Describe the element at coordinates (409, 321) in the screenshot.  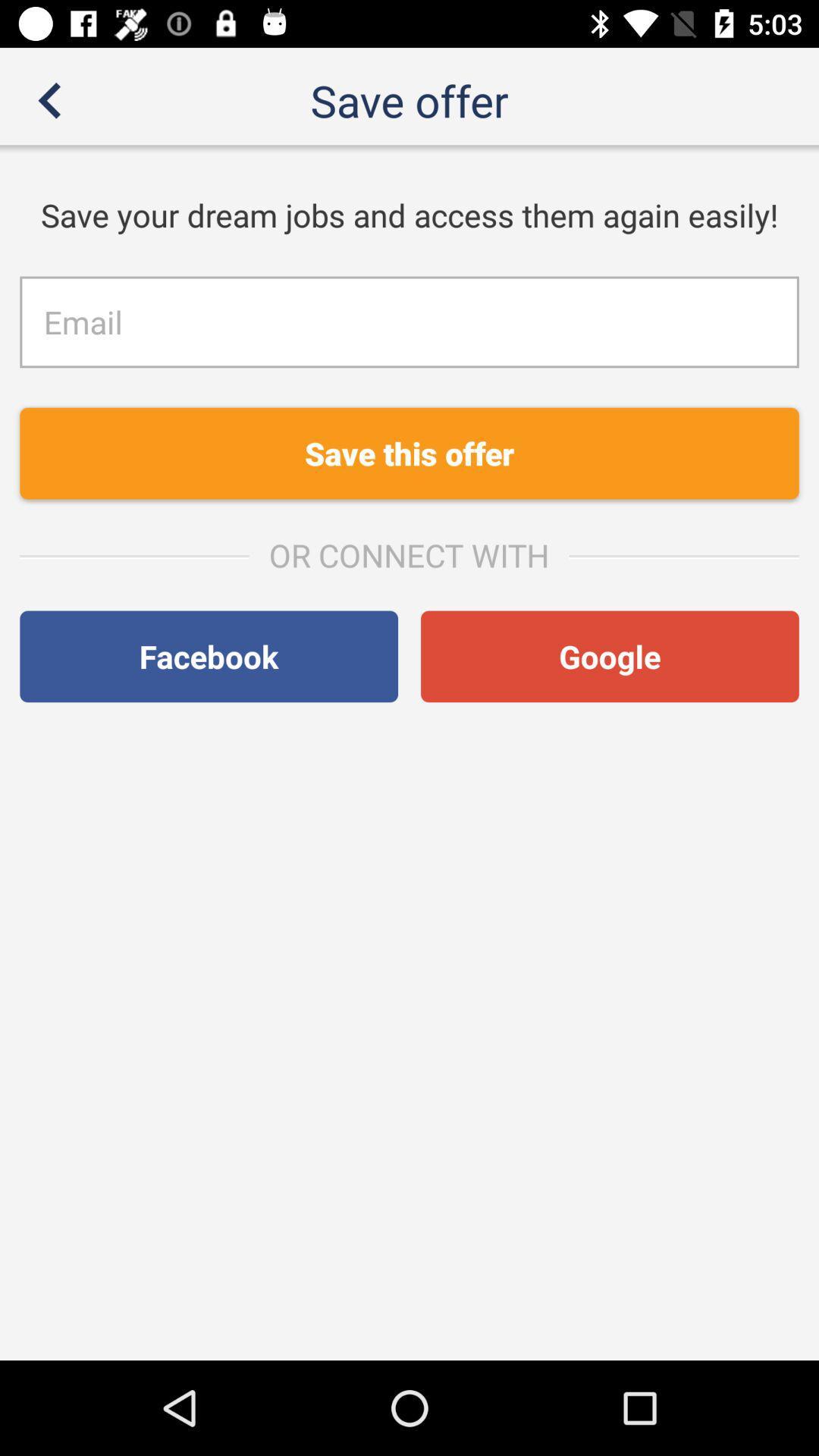
I see `email` at that location.